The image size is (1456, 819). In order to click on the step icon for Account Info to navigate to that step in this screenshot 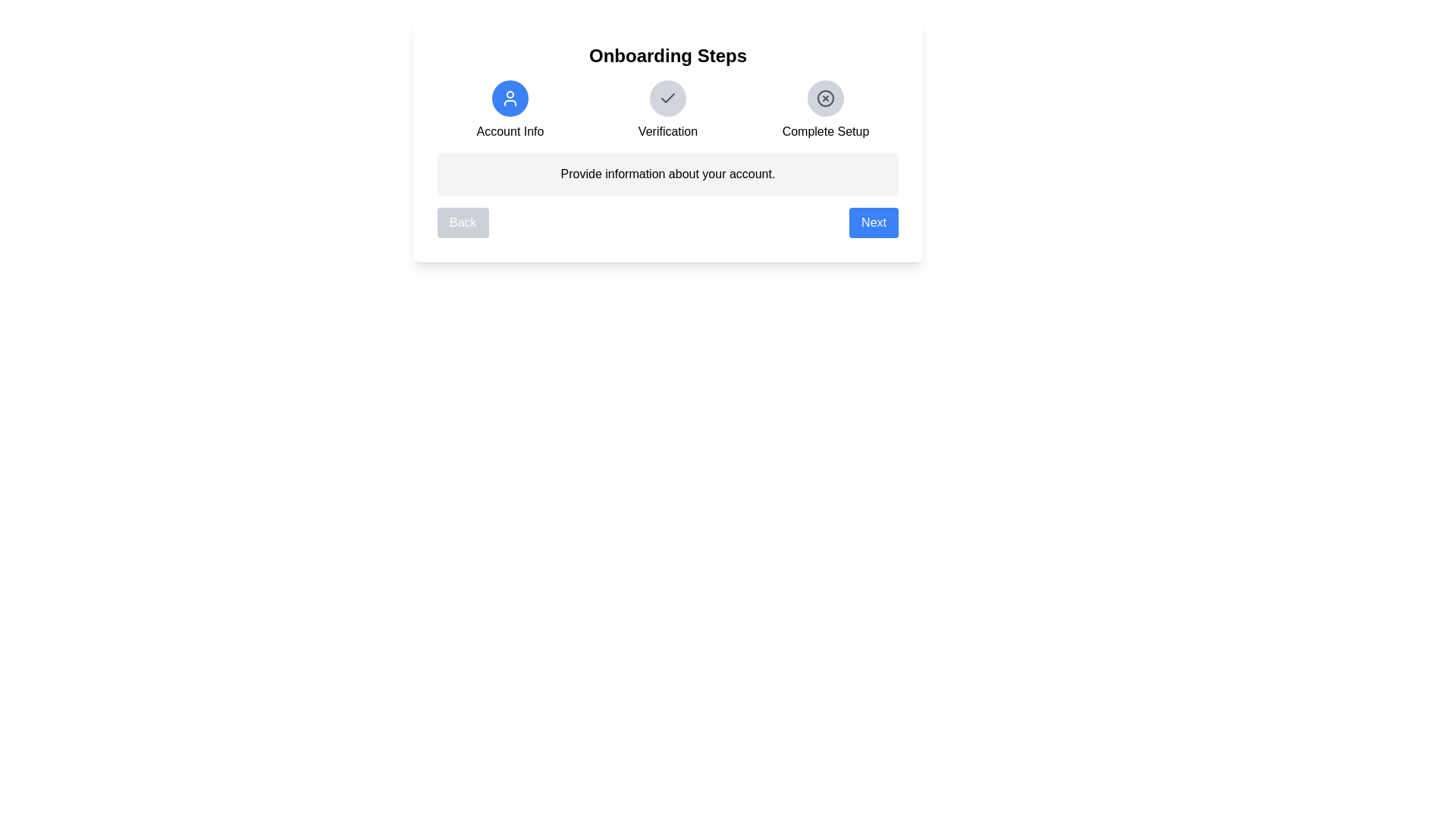, I will do `click(510, 99)`.